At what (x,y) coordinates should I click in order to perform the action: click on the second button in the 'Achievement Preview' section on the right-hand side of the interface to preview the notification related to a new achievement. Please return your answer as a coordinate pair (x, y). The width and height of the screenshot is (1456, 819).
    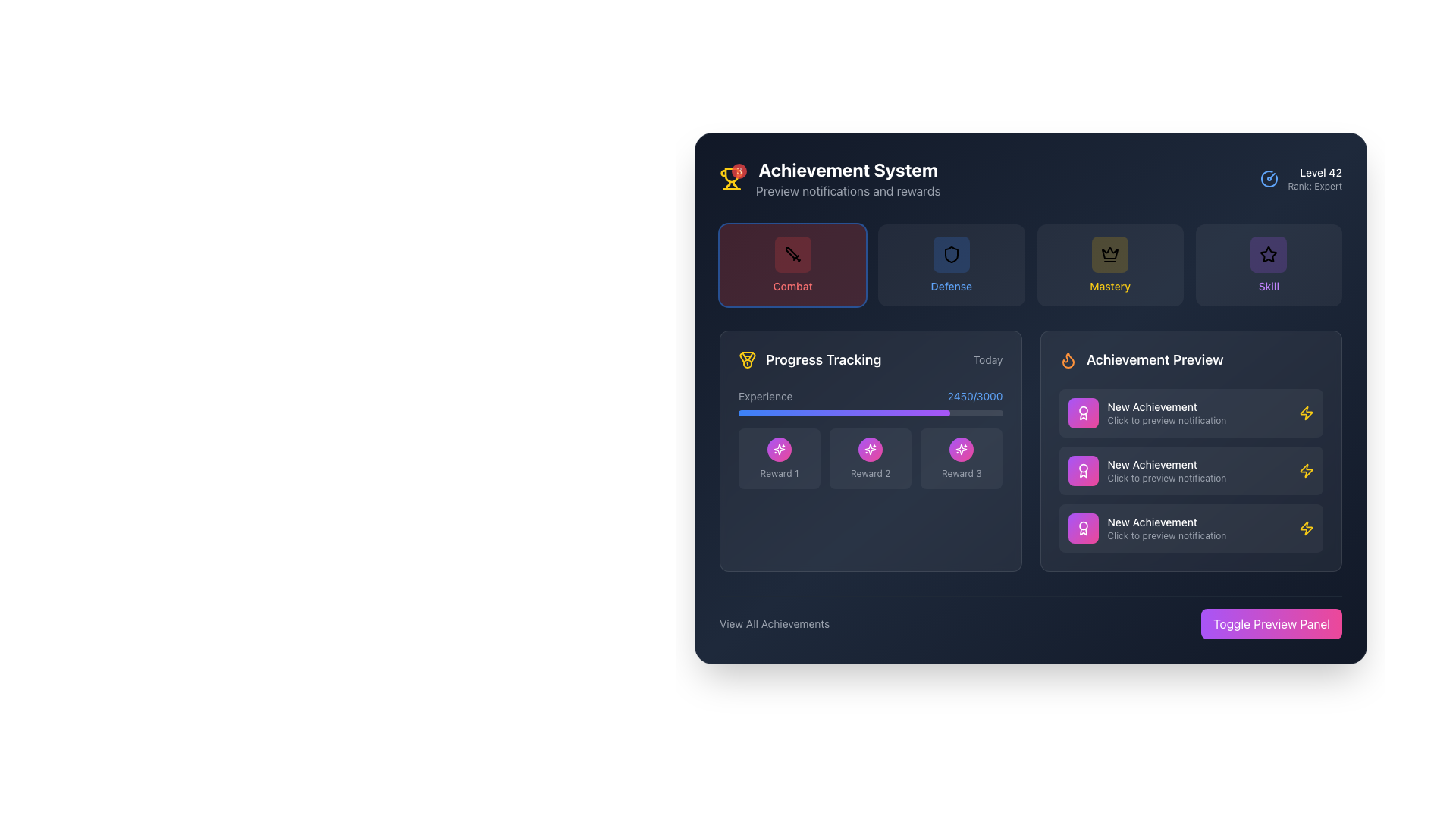
    Looking at the image, I should click on (1190, 450).